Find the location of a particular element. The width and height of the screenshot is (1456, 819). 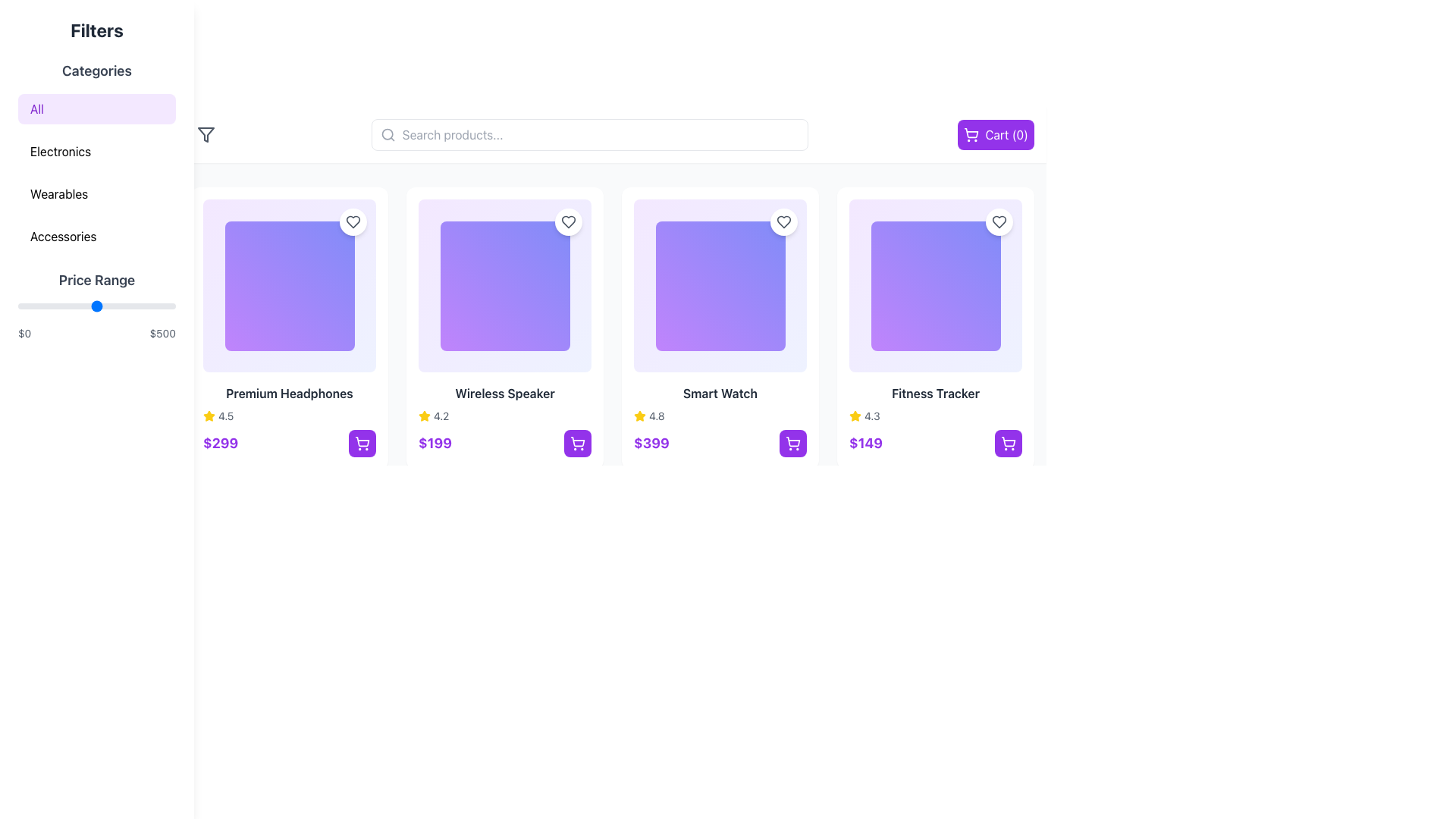

the text label displaying the value '$500', which is styled in gray font and positioned to the right of the '$0' label in the price range section is located at coordinates (162, 332).